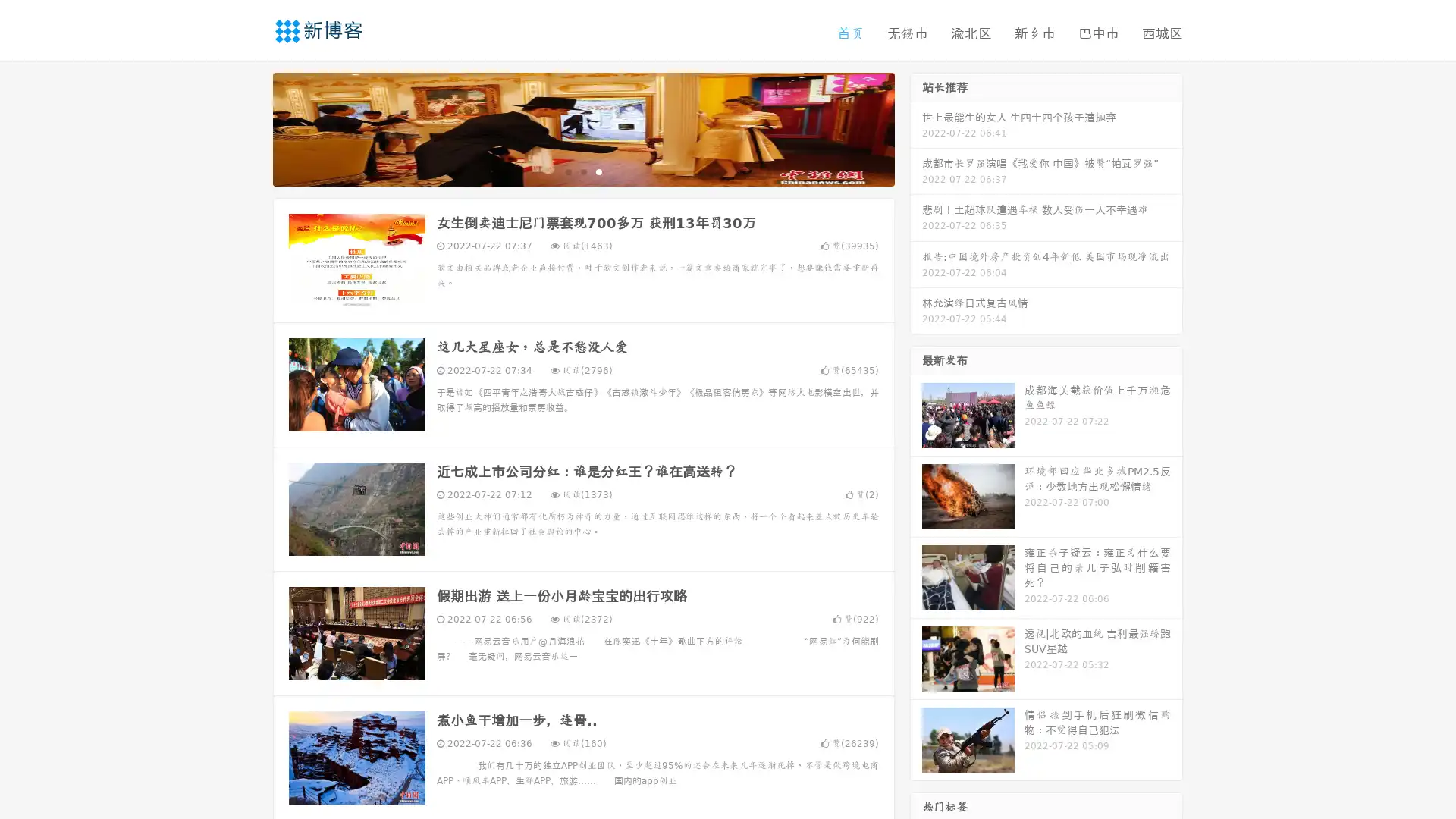 The image size is (1456, 819). I want to click on Previous slide, so click(250, 127).